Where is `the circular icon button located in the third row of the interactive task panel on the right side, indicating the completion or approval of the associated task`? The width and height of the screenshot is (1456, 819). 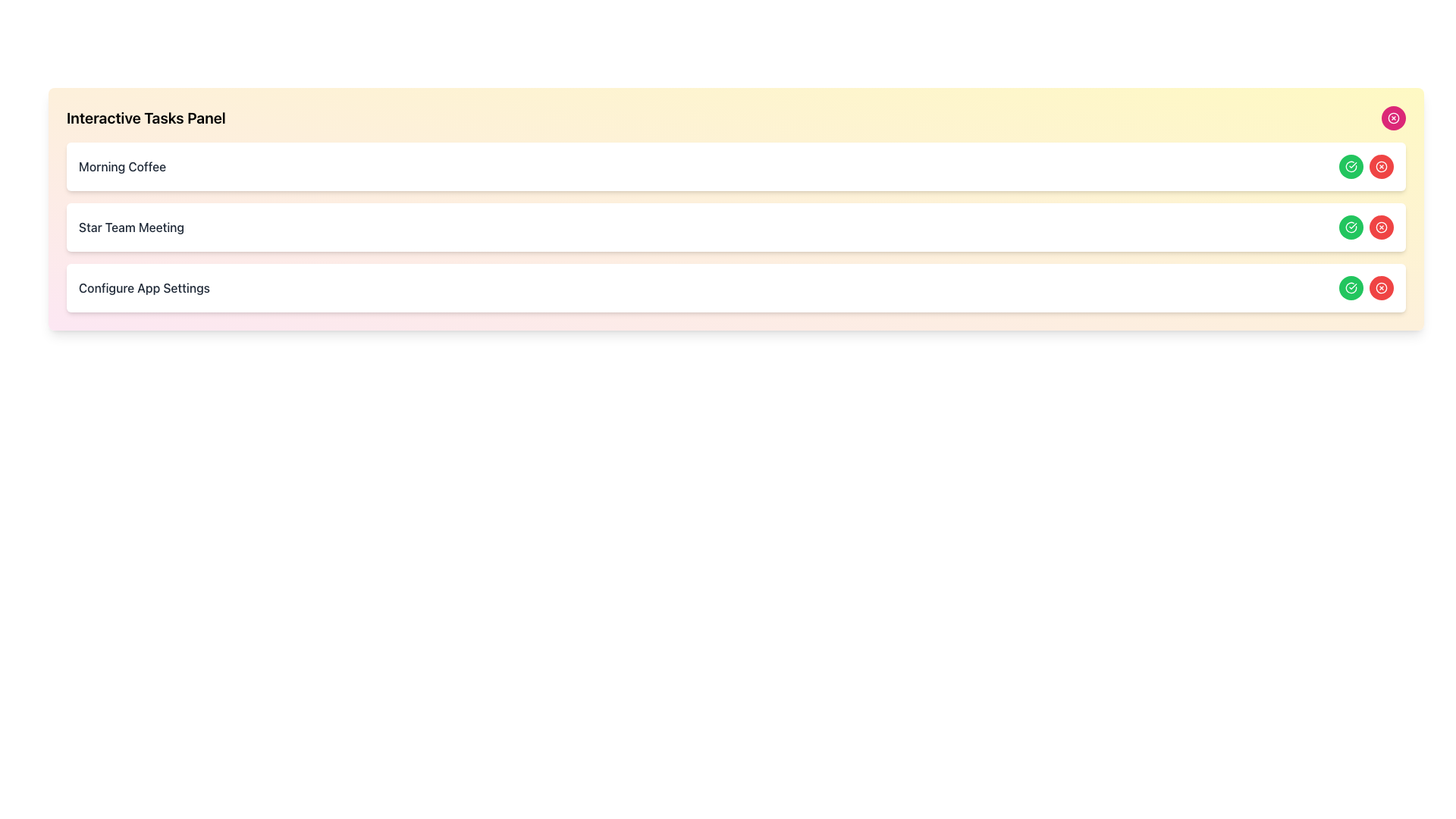
the circular icon button located in the third row of the interactive task panel on the right side, indicating the completion or approval of the associated task is located at coordinates (1351, 288).